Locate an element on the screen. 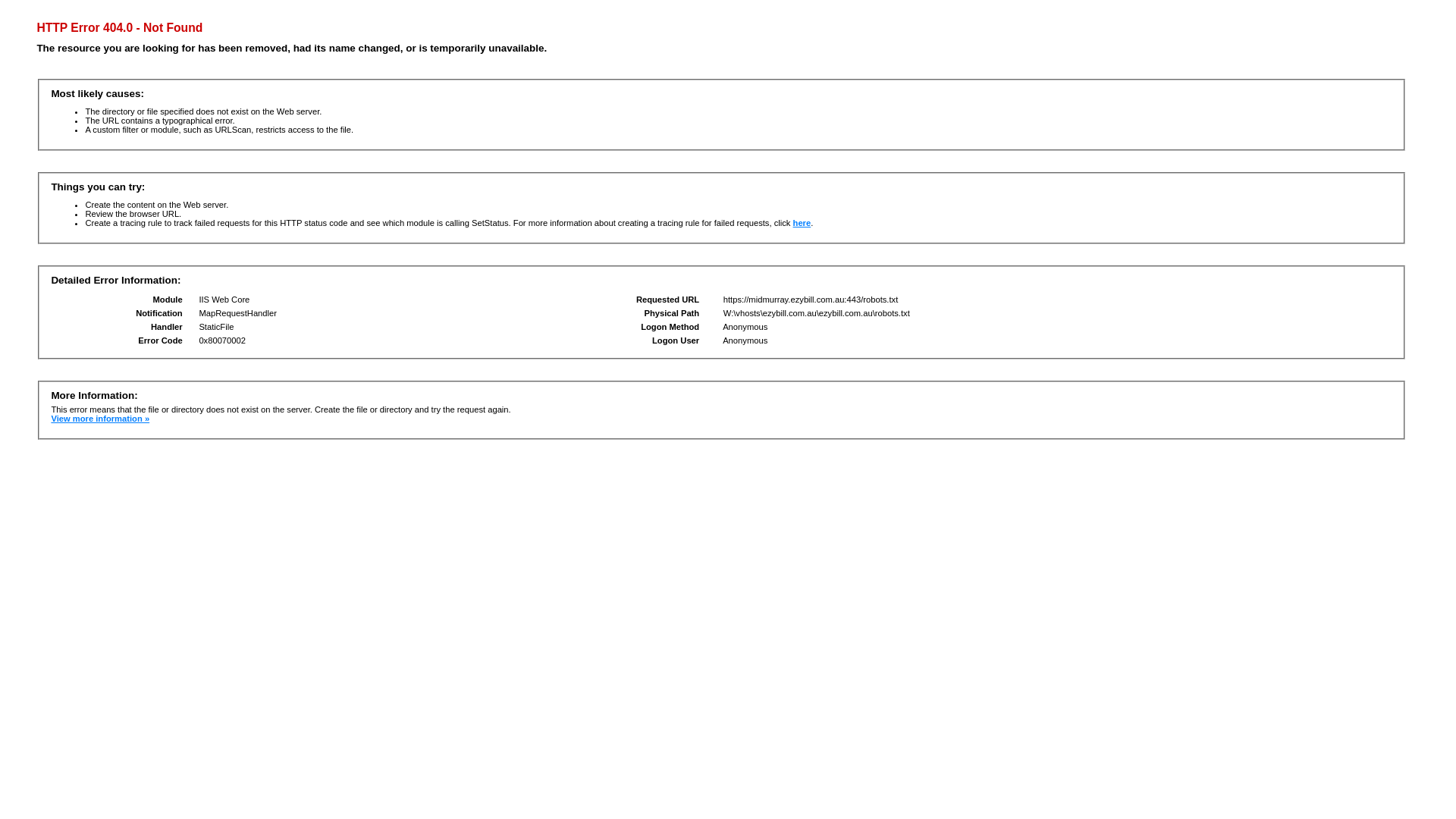  'here' is located at coordinates (801, 222).